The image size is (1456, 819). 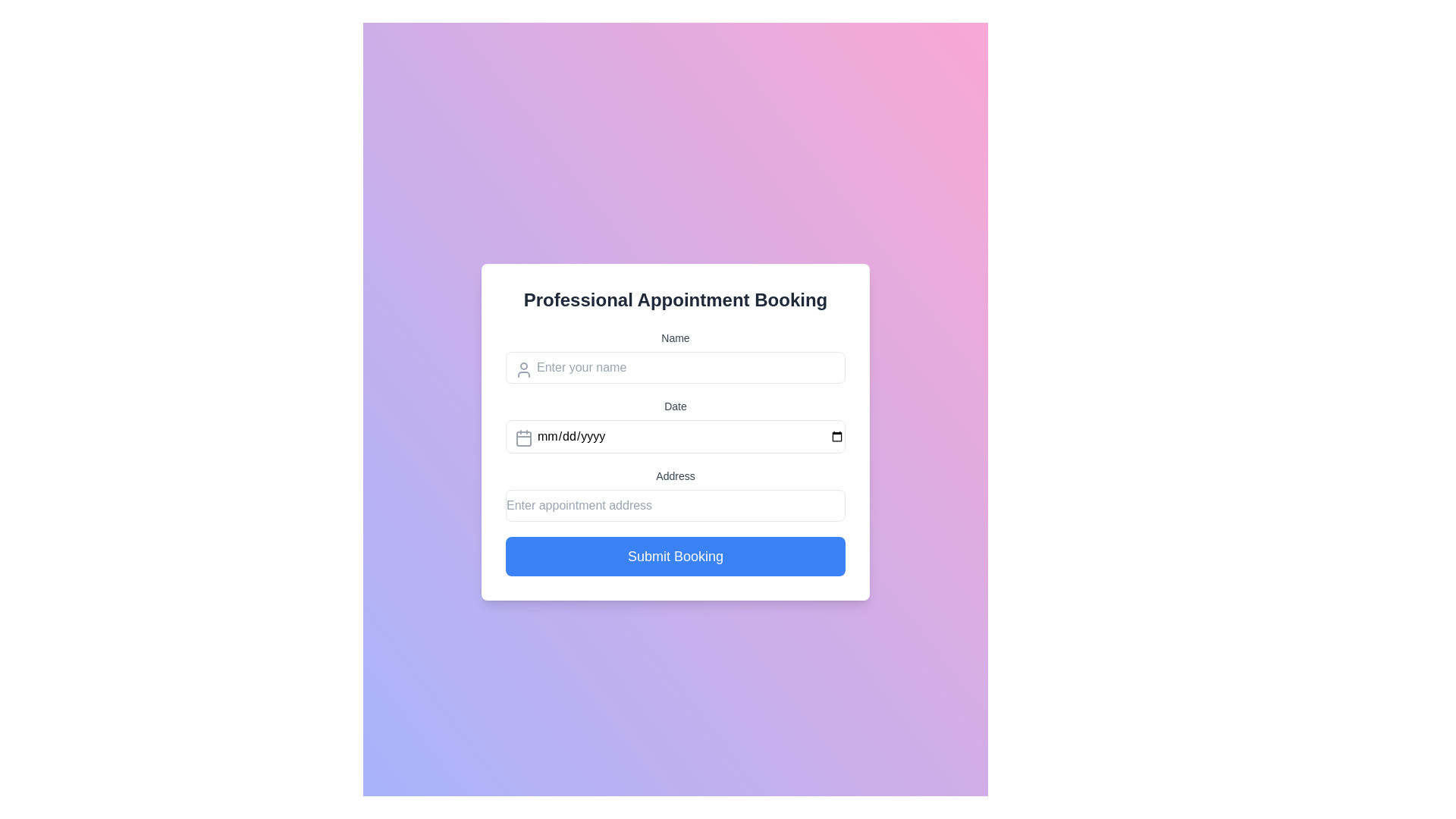 I want to click on the date selection input field, so click(x=675, y=426).